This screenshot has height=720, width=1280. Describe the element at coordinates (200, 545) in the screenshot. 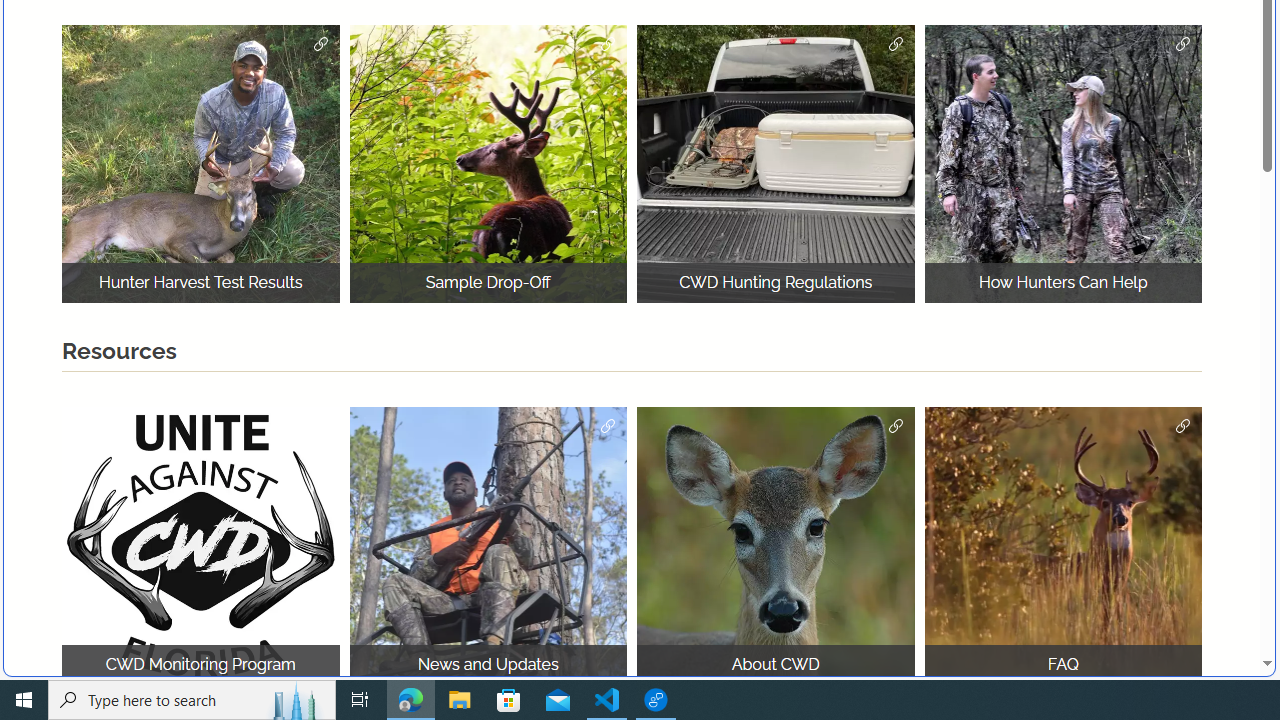

I see `'logo for chronic wasting disease program'` at that location.